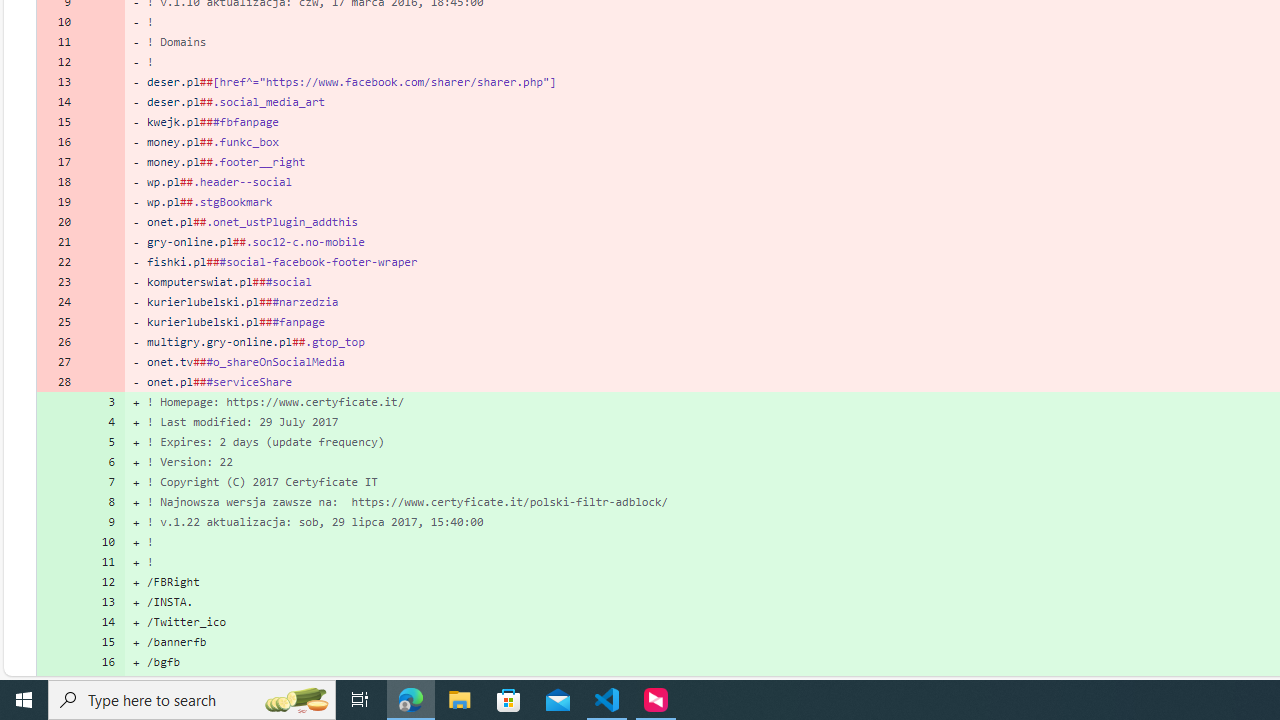 The width and height of the screenshot is (1280, 720). I want to click on '26', so click(58, 341).